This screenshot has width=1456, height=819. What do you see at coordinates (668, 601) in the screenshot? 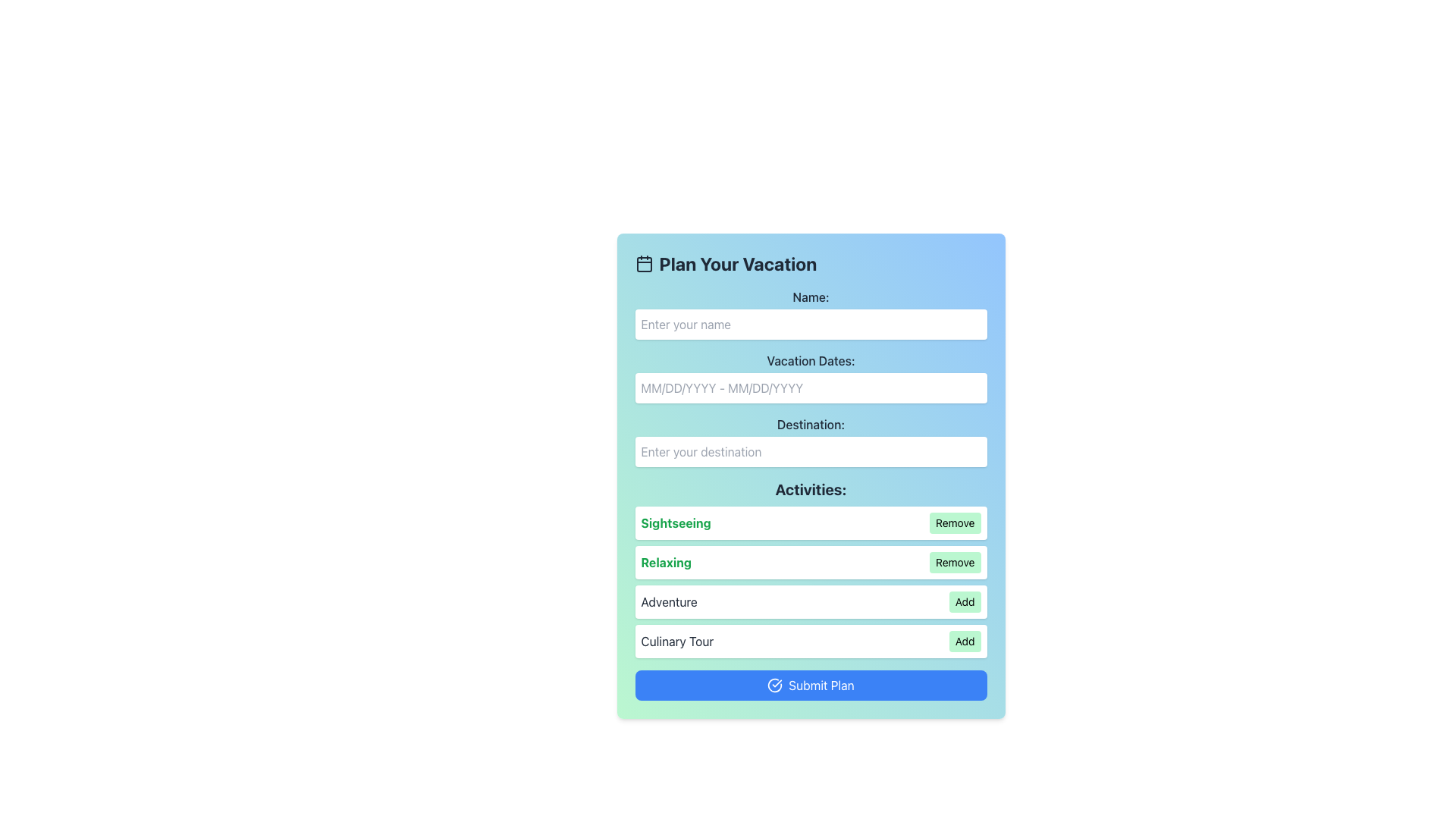
I see `the 'Adventure' text label in the 'Activities' section, which is positioned between 'Relaxing' and 'Culinary Tour' rows` at bounding box center [668, 601].